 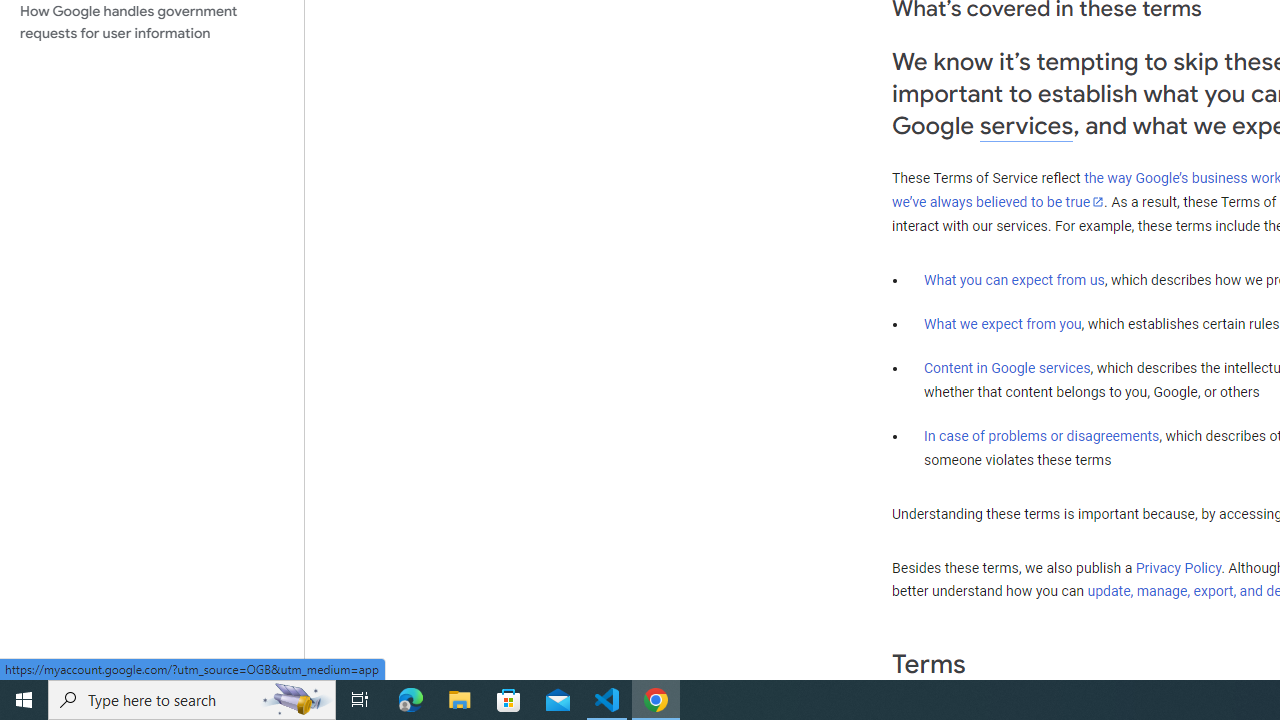 What do you see at coordinates (1007, 368) in the screenshot?
I see `'Content in Google services'` at bounding box center [1007, 368].